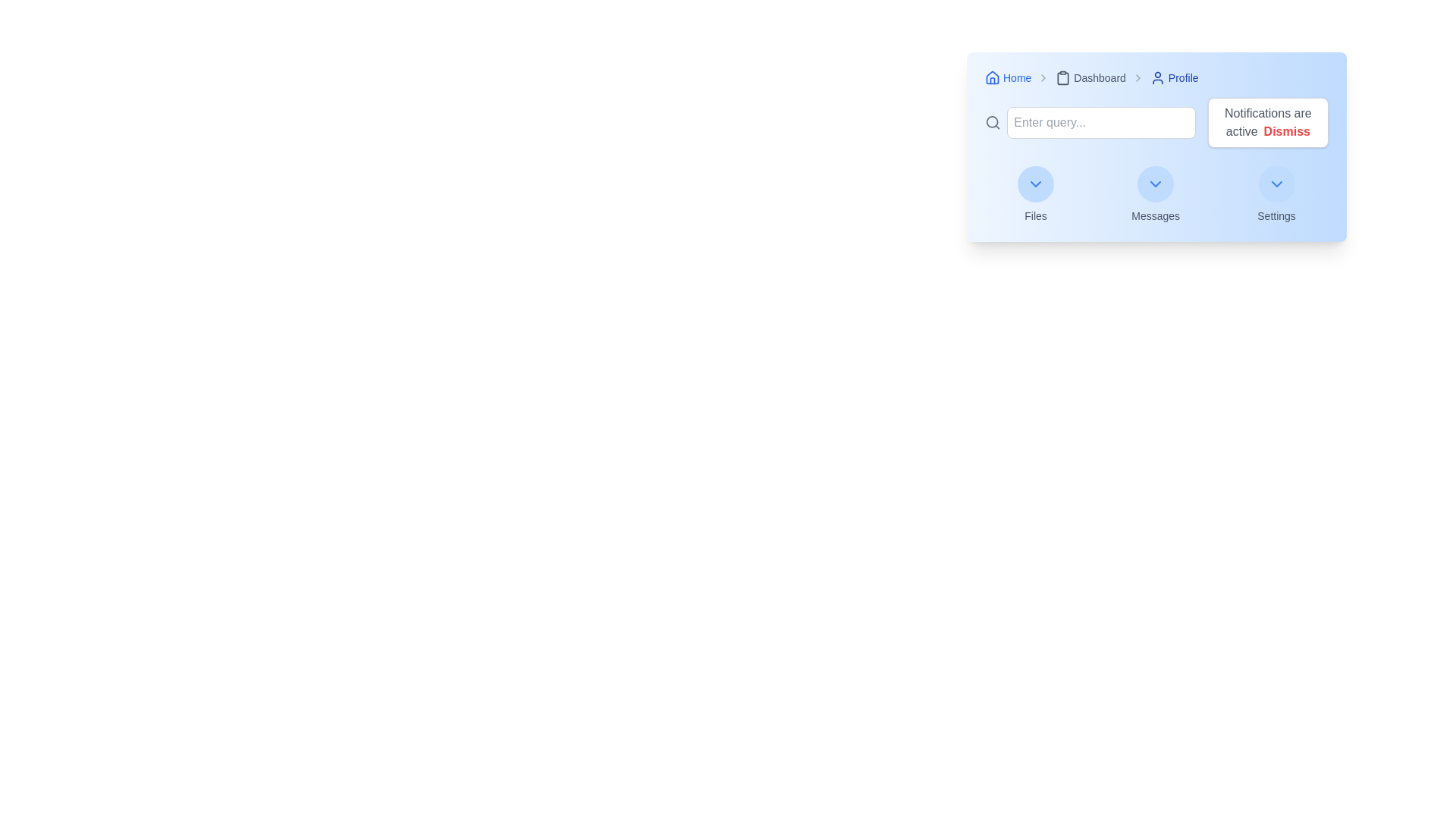  What do you see at coordinates (1008, 78) in the screenshot?
I see `the blue house icon followed by the text 'Home' in the breadcrumb navigation bar` at bounding box center [1008, 78].